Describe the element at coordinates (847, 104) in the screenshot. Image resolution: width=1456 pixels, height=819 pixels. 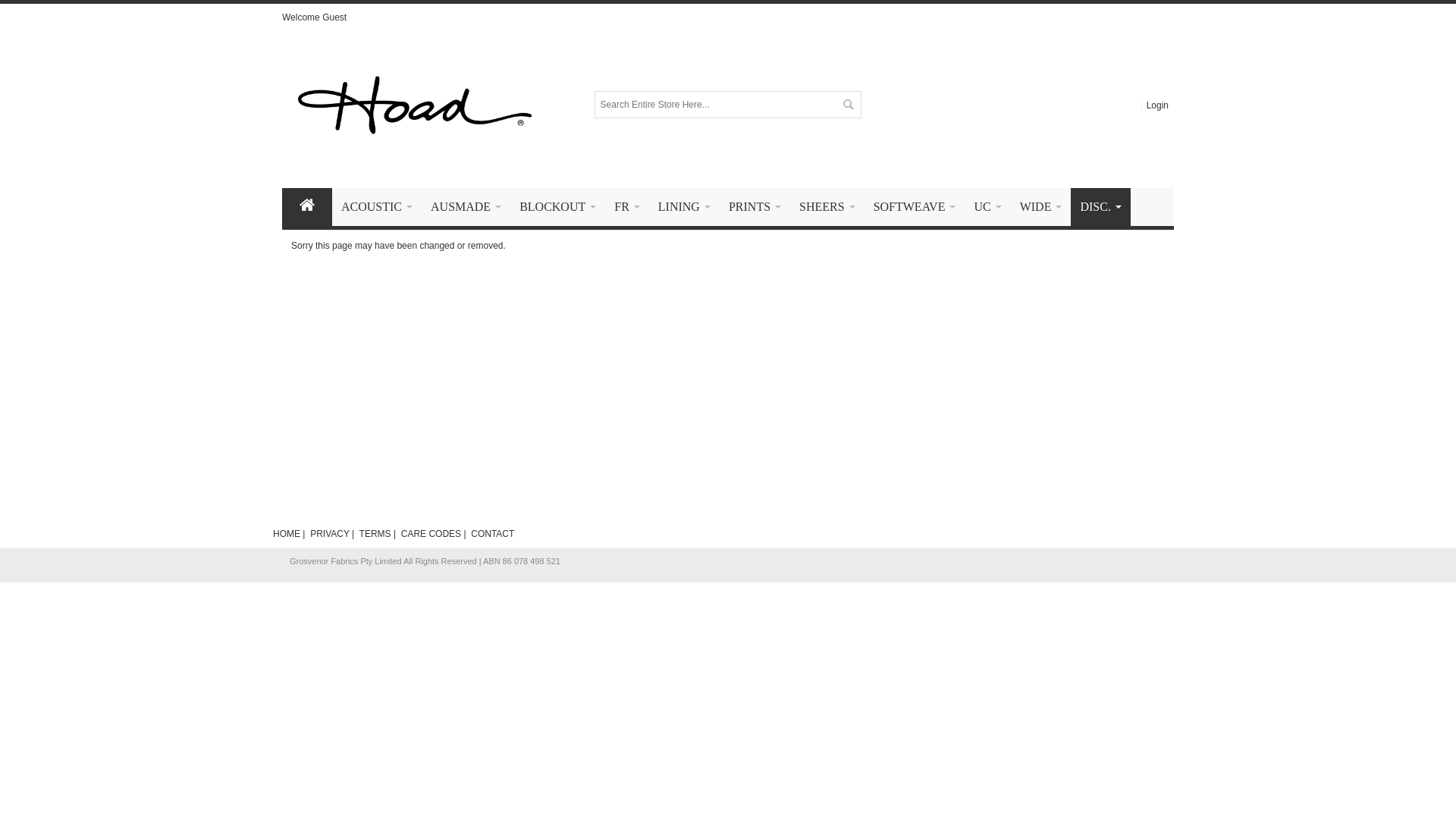
I see `'Search'` at that location.